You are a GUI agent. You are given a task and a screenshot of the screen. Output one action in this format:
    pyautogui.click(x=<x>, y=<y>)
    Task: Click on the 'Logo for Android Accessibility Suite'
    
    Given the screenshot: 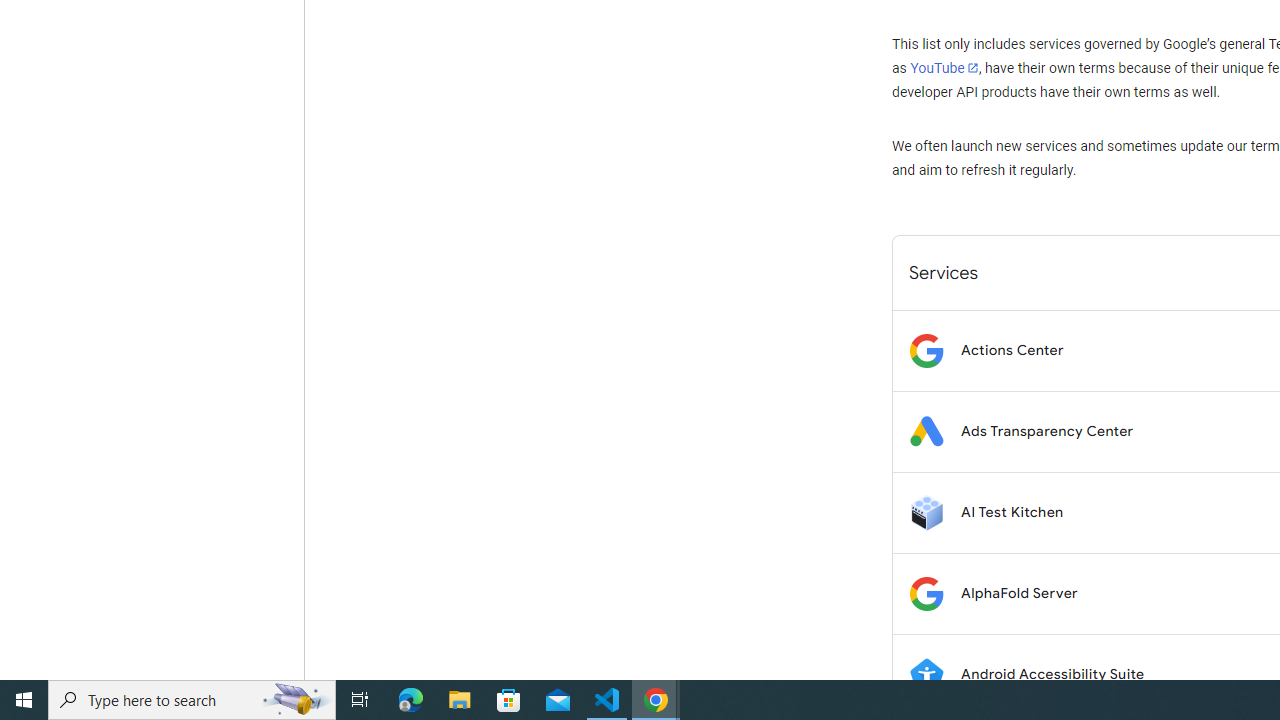 What is the action you would take?
    pyautogui.click(x=925, y=674)
    